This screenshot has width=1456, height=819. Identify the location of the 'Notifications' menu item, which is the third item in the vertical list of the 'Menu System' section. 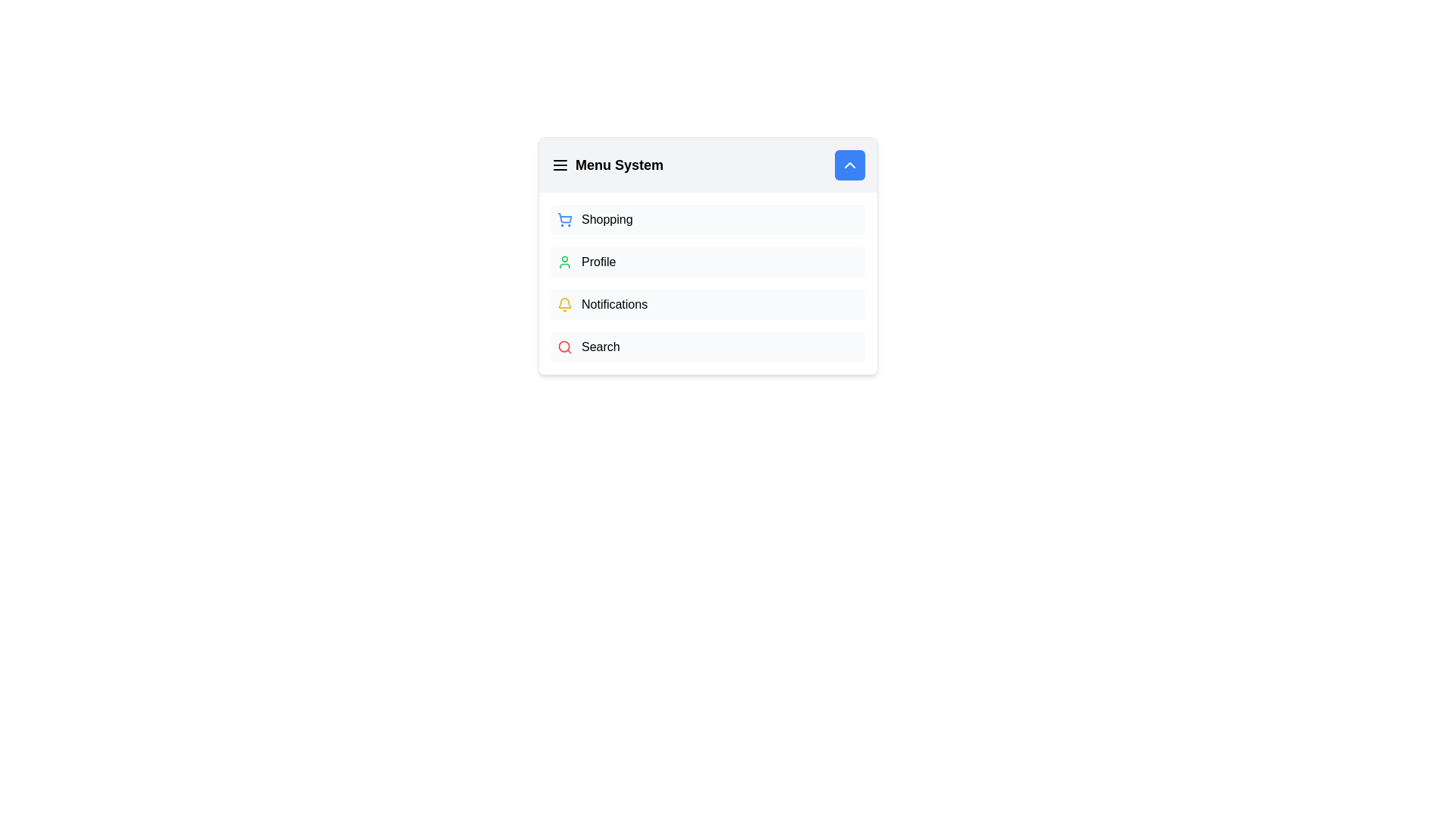
(708, 304).